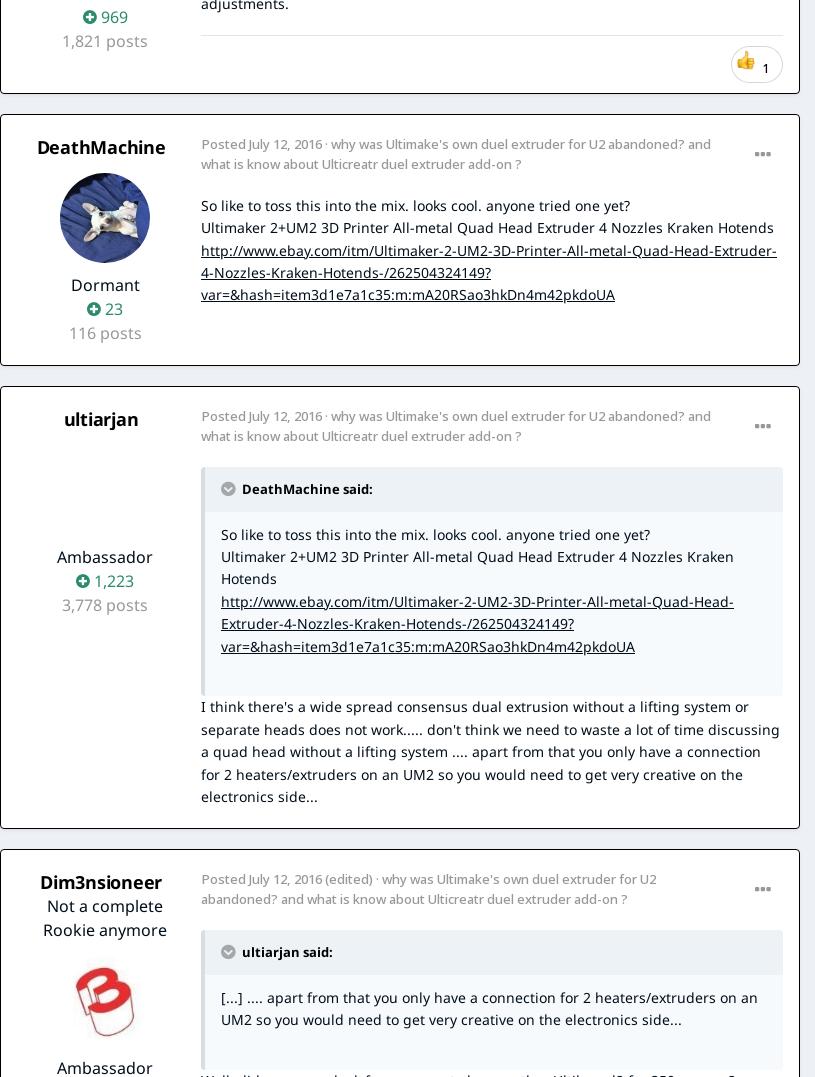 This screenshot has height=1077, width=815. What do you see at coordinates (284, 950) in the screenshot?
I see `'ultiarjan said:'` at bounding box center [284, 950].